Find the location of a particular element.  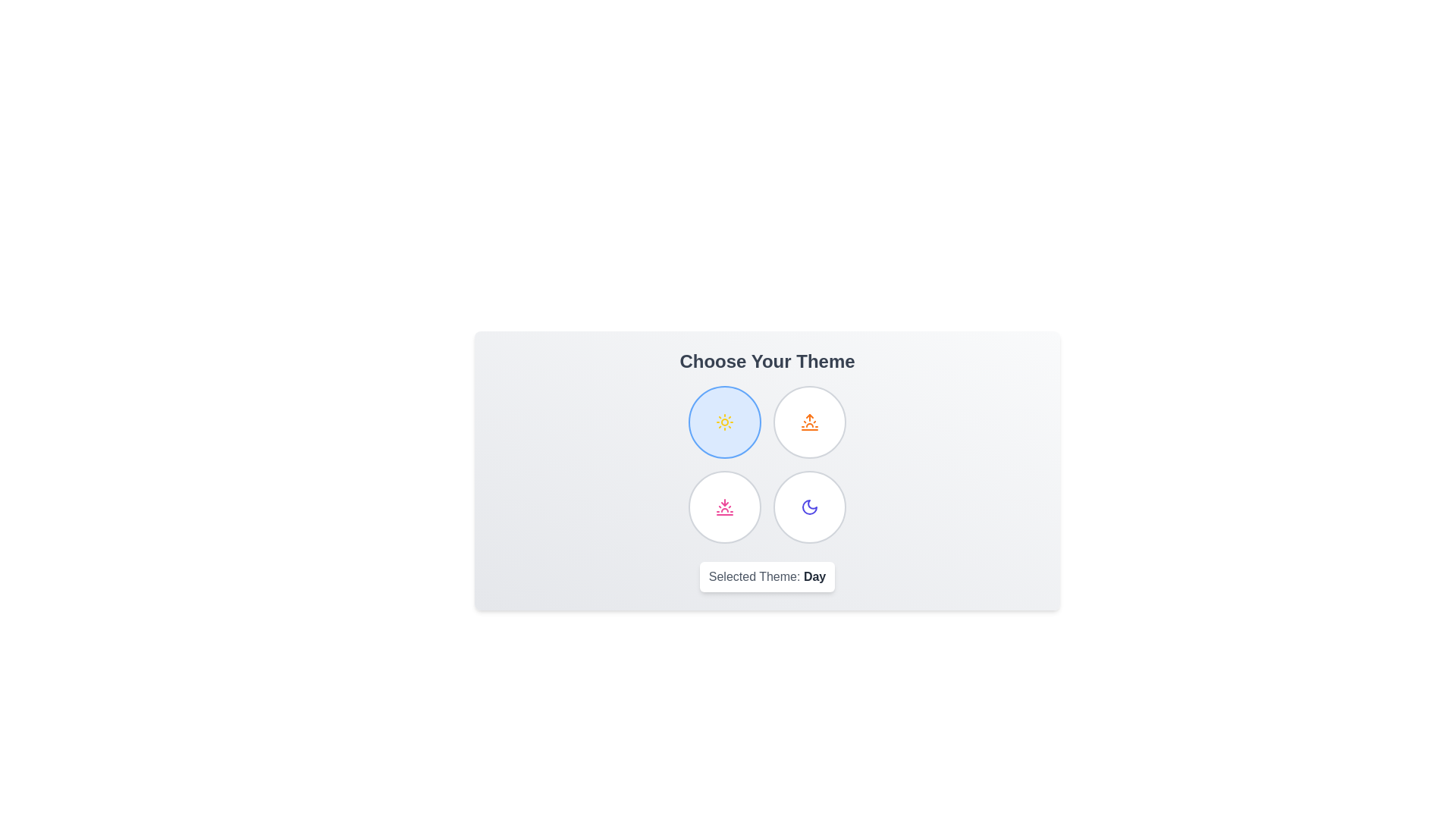

the theme Night by clicking on its respective button is located at coordinates (809, 507).